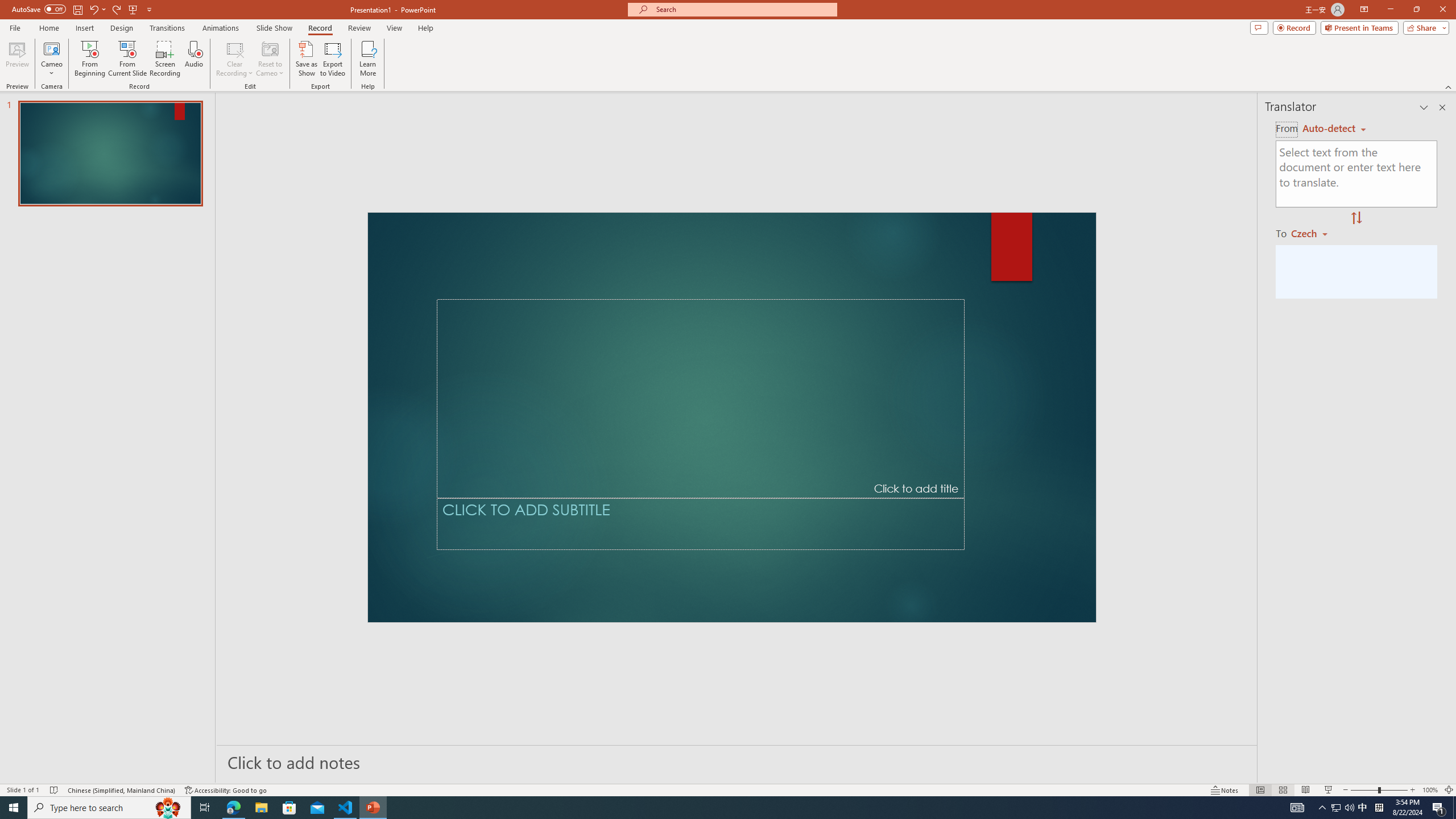 The height and width of the screenshot is (819, 1456). I want to click on 'Screen Recording', so click(164, 59).